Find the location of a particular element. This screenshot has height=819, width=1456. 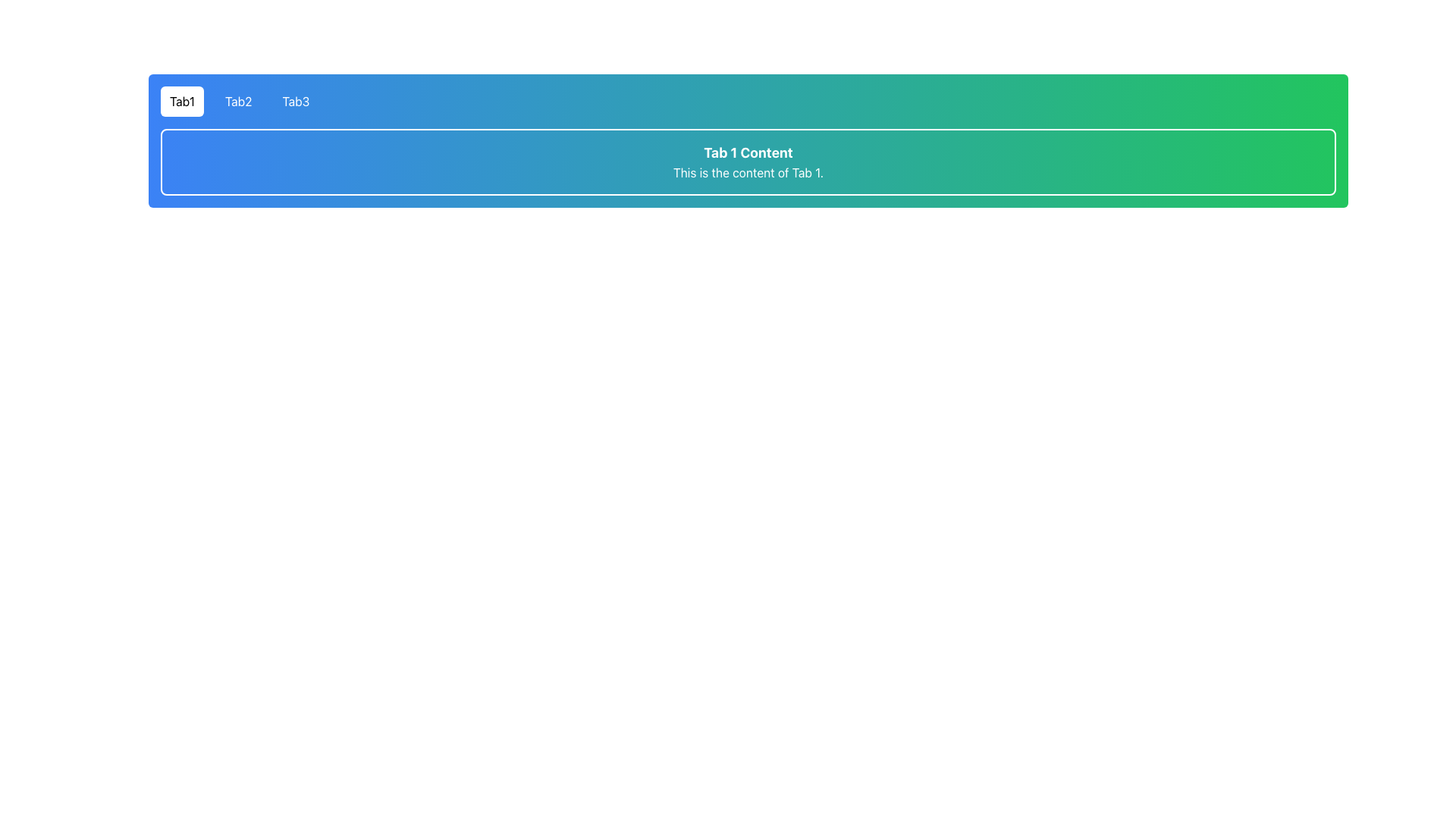

the 'Tab3' navigation item with a transparent background and white text is located at coordinates (296, 102).